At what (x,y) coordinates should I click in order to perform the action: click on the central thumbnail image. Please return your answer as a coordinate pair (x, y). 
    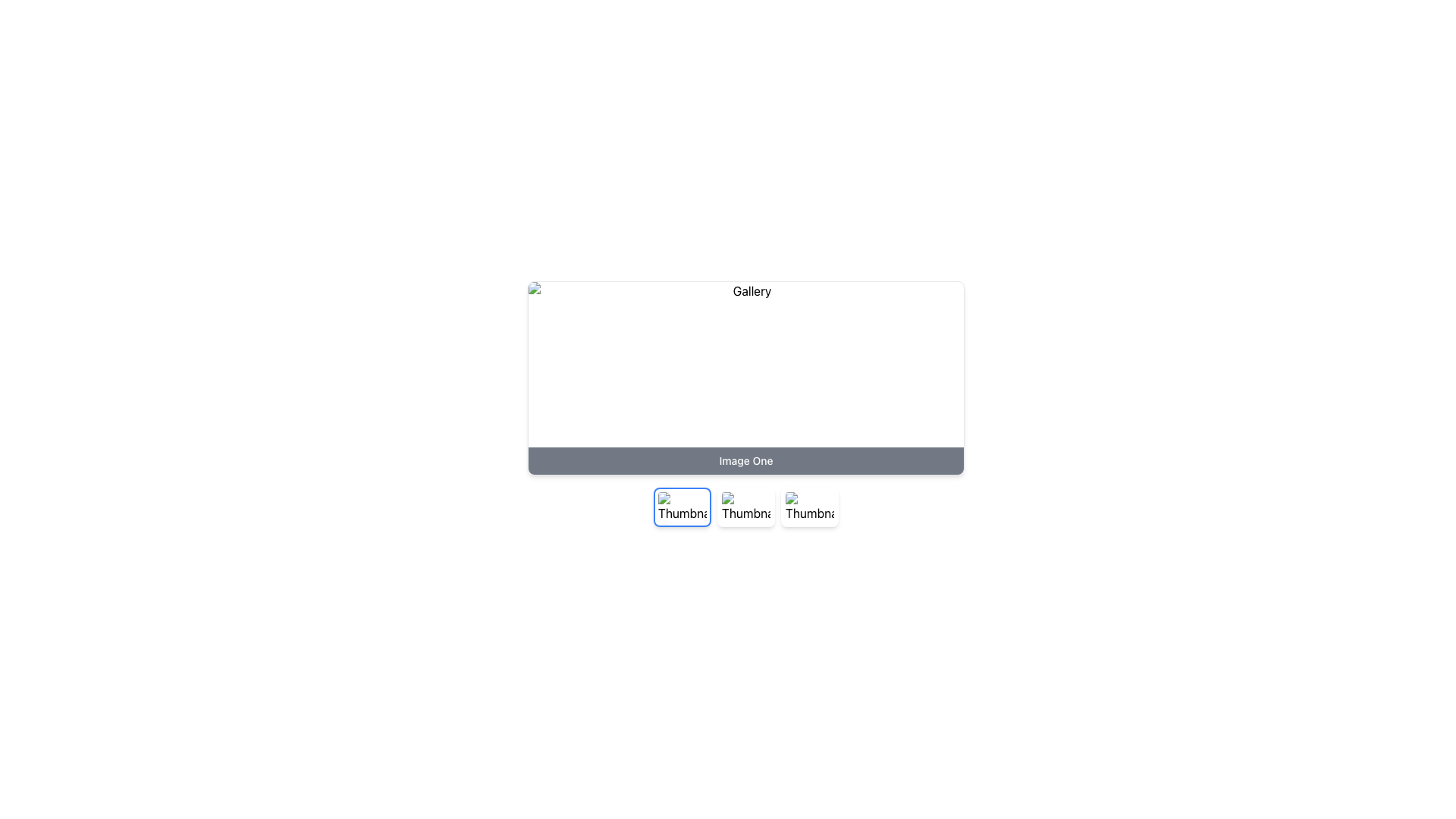
    Looking at the image, I should click on (745, 507).